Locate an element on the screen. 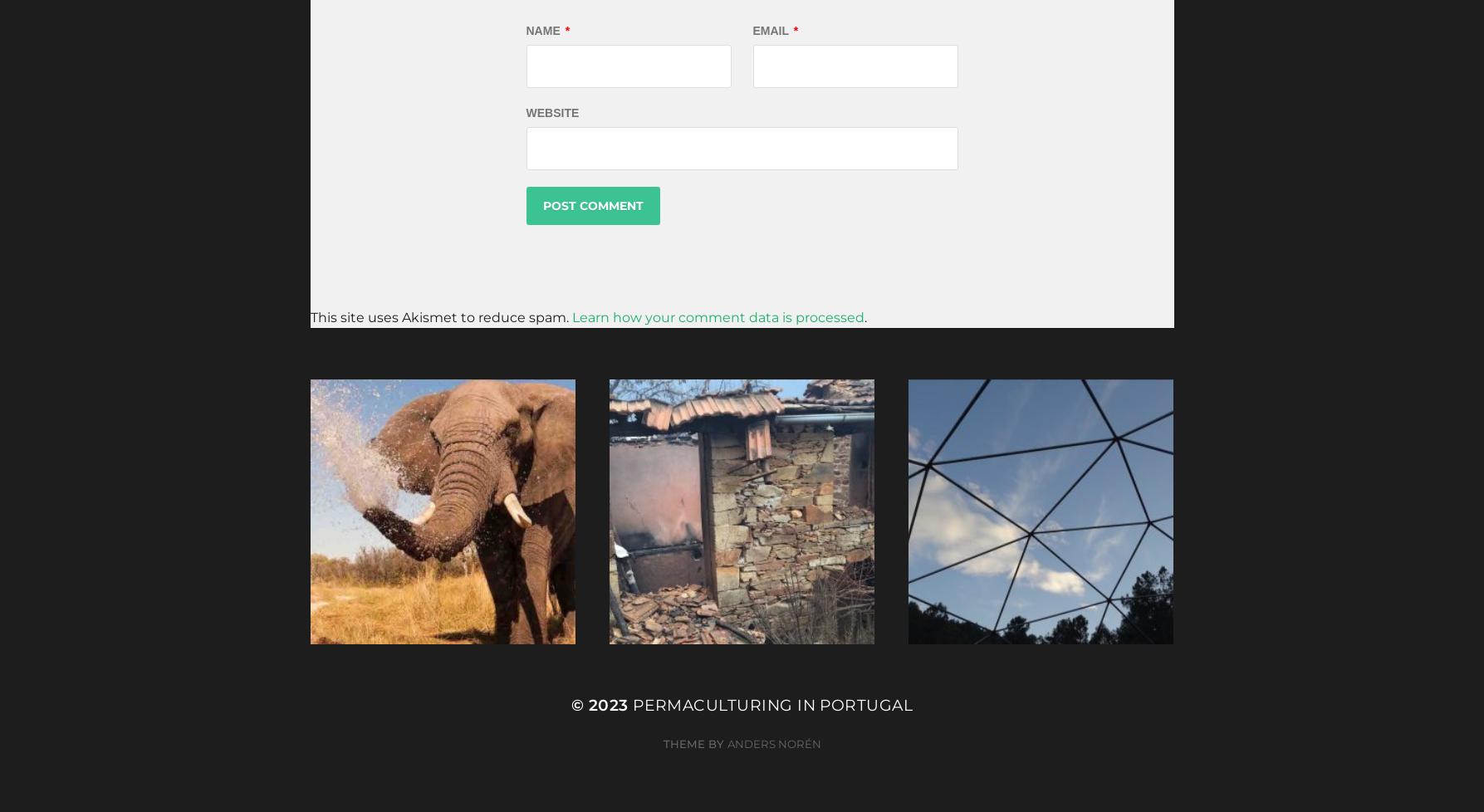 This screenshot has height=812, width=1484. 'January 6, 2018' is located at coordinates (684, 579).